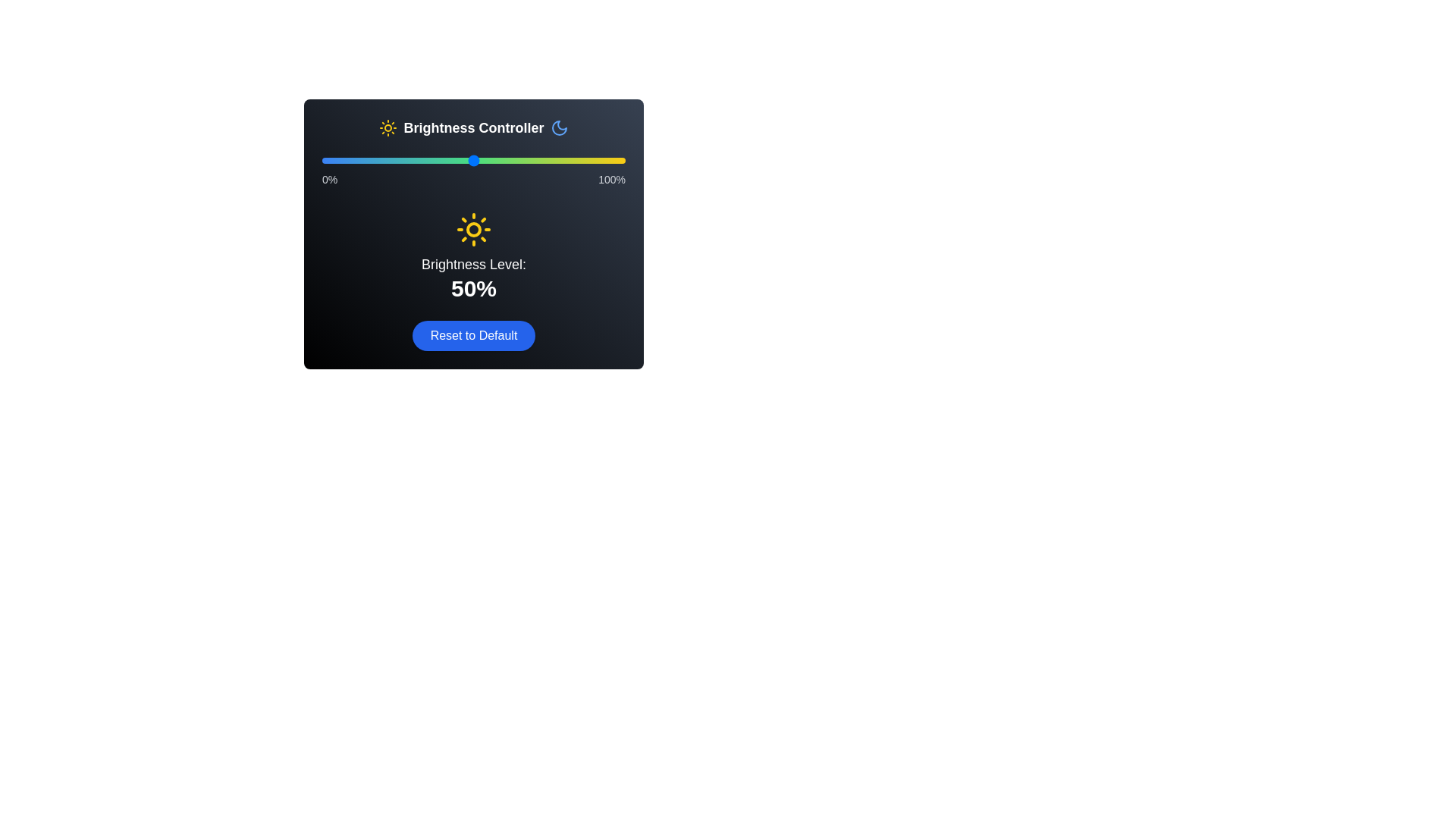 The width and height of the screenshot is (1456, 819). Describe the element at coordinates (475, 161) in the screenshot. I see `the brightness slider to 51%` at that location.